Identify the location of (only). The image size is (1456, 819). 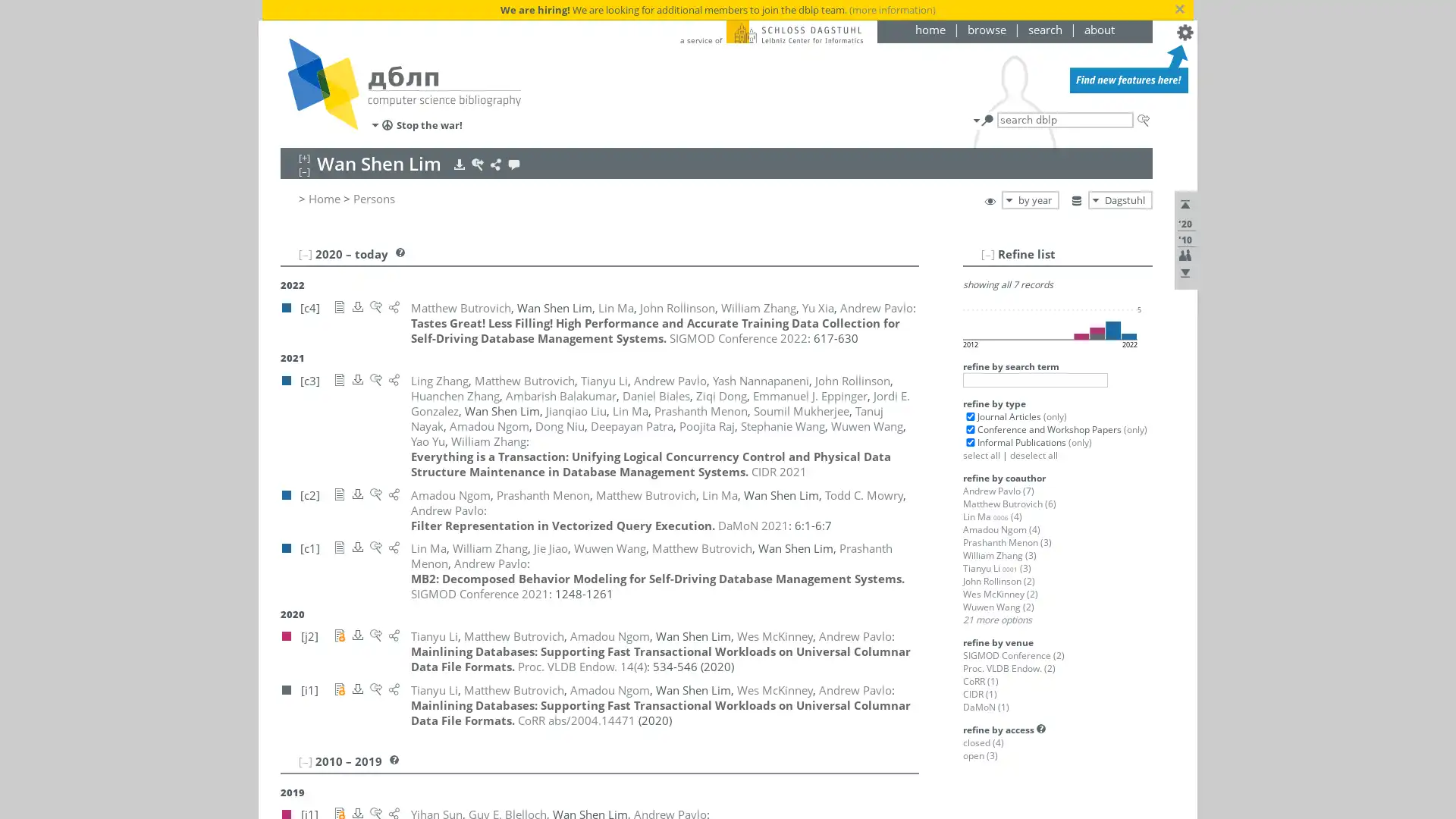
(1078, 442).